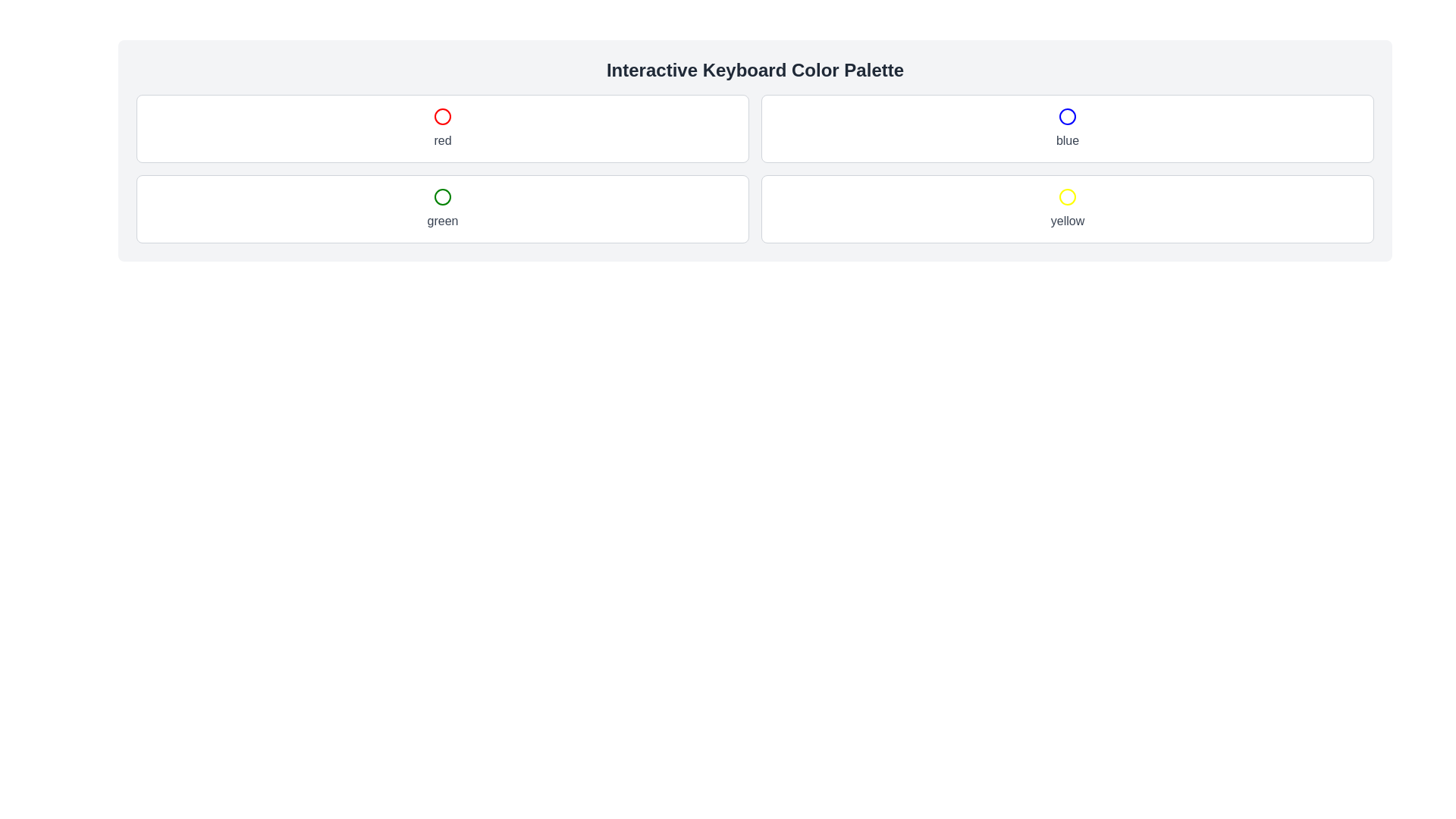 Image resolution: width=1456 pixels, height=819 pixels. What do you see at coordinates (442, 196) in the screenshot?
I see `the circular icon with a green stroke located in the lower left quadrant of the interface, specifically in the second row, first column, below the red circular icon labeled 'red'` at bounding box center [442, 196].